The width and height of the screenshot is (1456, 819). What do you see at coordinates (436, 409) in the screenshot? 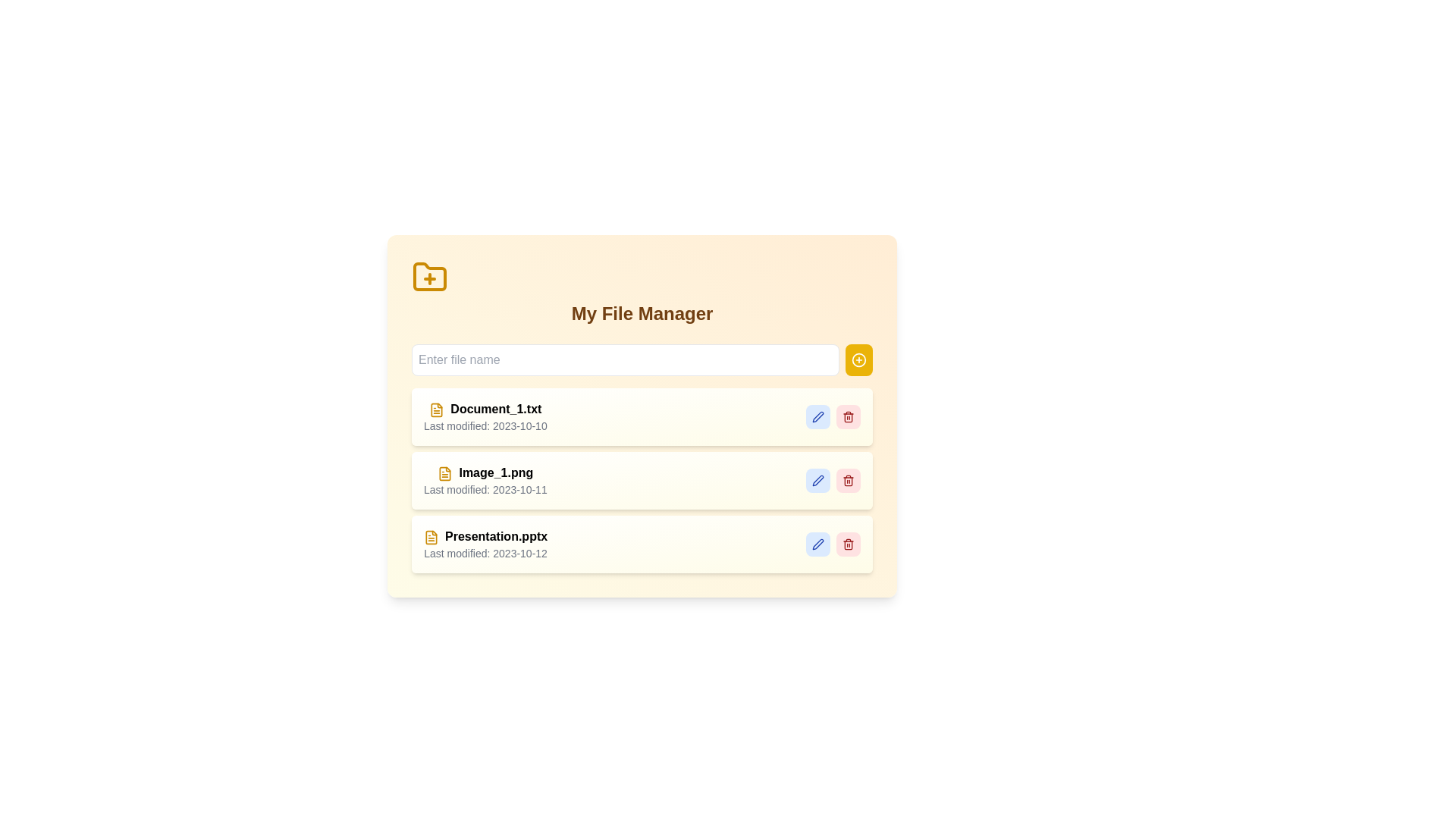
I see `the file icon representing a textual document for 'Document_1.txt' in the file manager interface, which is positioned leftmost before the filename text` at bounding box center [436, 409].